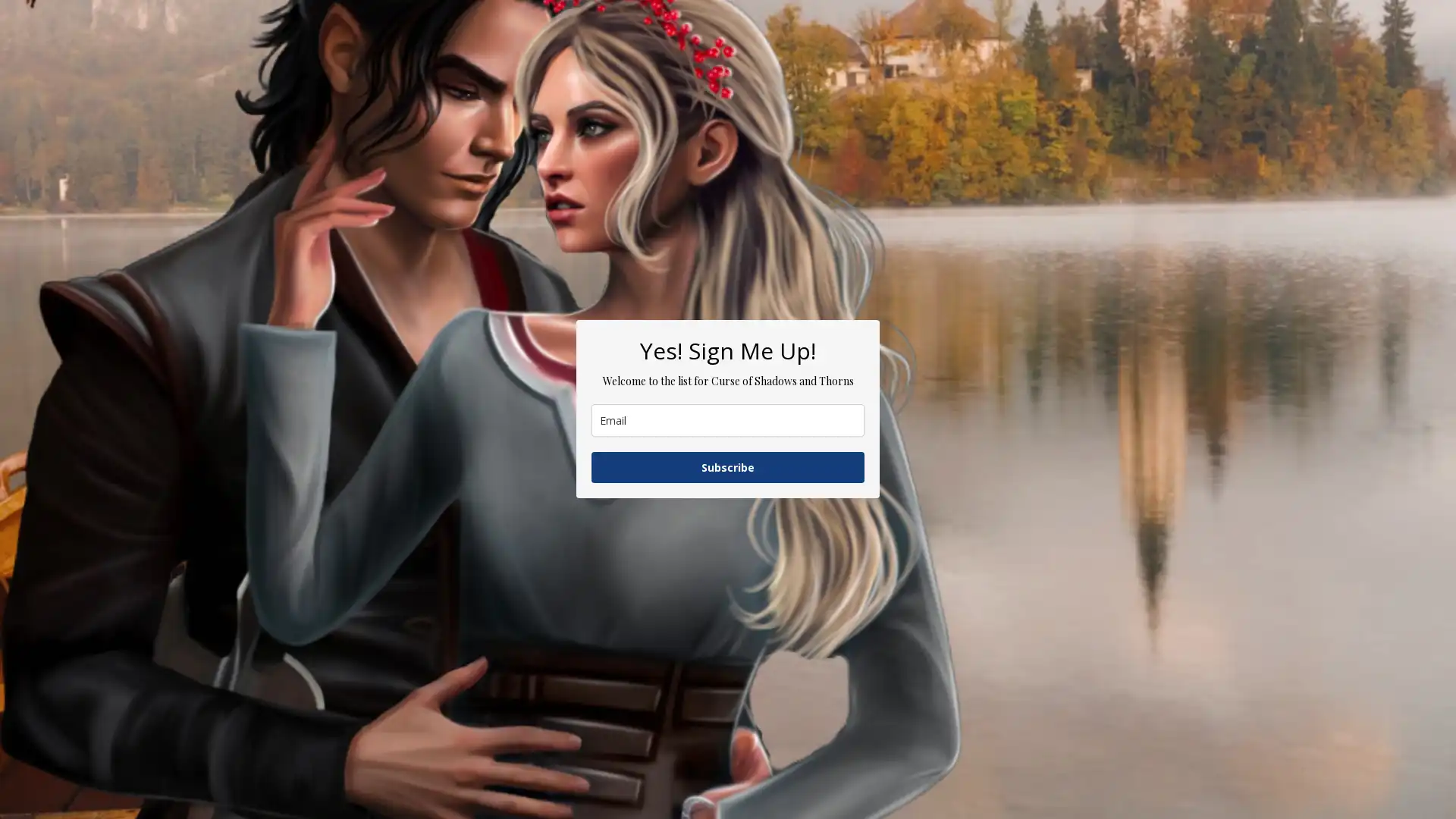 The height and width of the screenshot is (819, 1456). What do you see at coordinates (728, 466) in the screenshot?
I see `Subscribe` at bounding box center [728, 466].